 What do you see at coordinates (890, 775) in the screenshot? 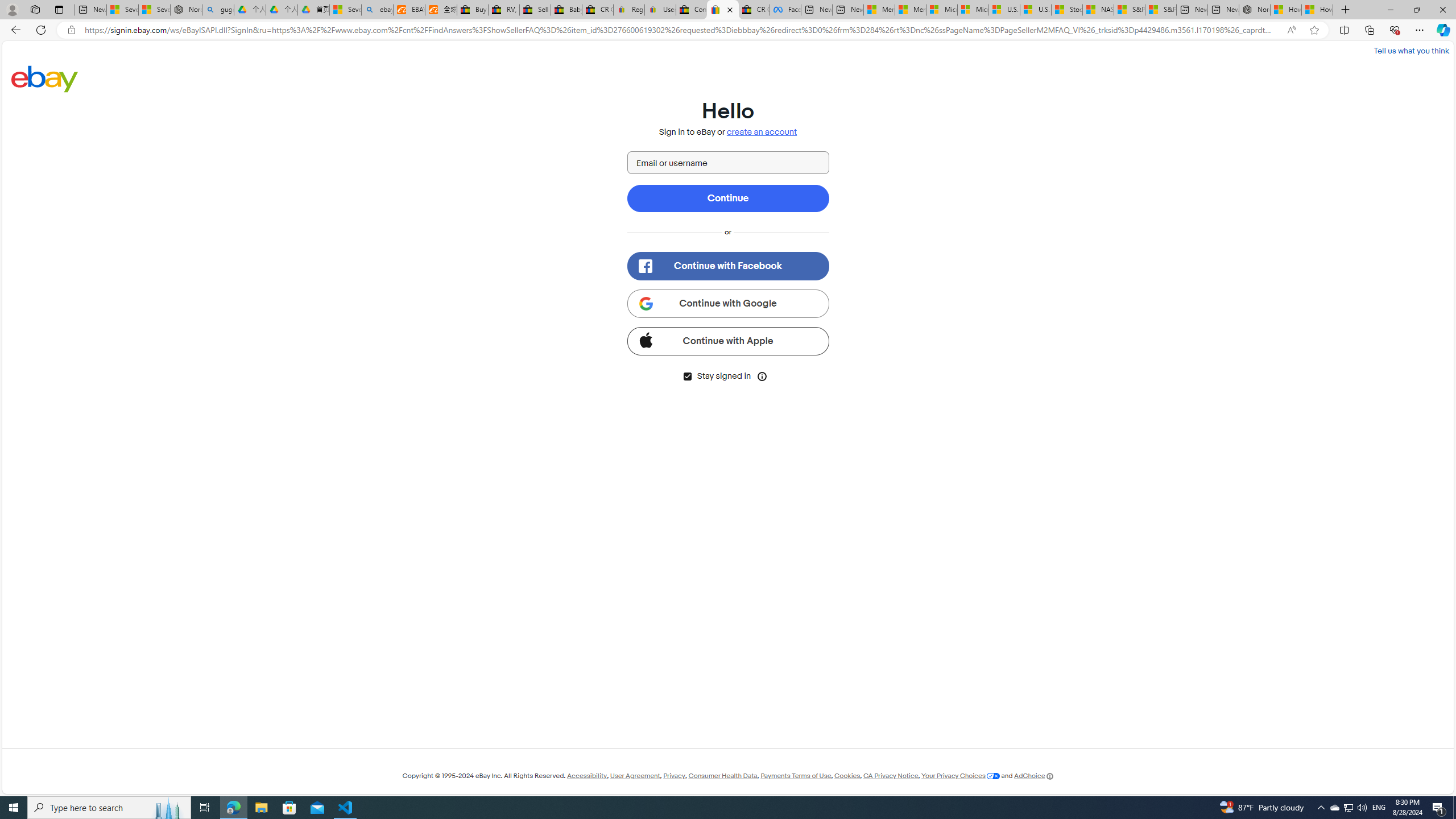
I see `'CA Privacy Notice'` at bounding box center [890, 775].